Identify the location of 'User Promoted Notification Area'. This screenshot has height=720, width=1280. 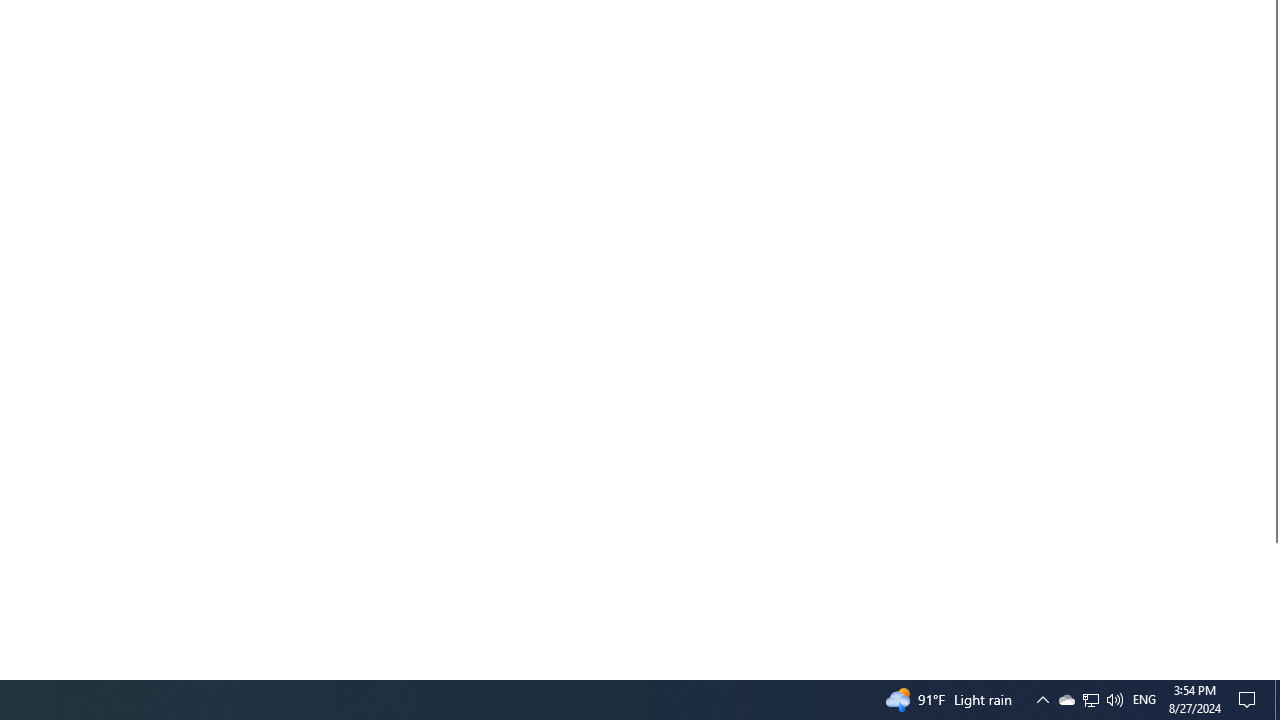
(1089, 698).